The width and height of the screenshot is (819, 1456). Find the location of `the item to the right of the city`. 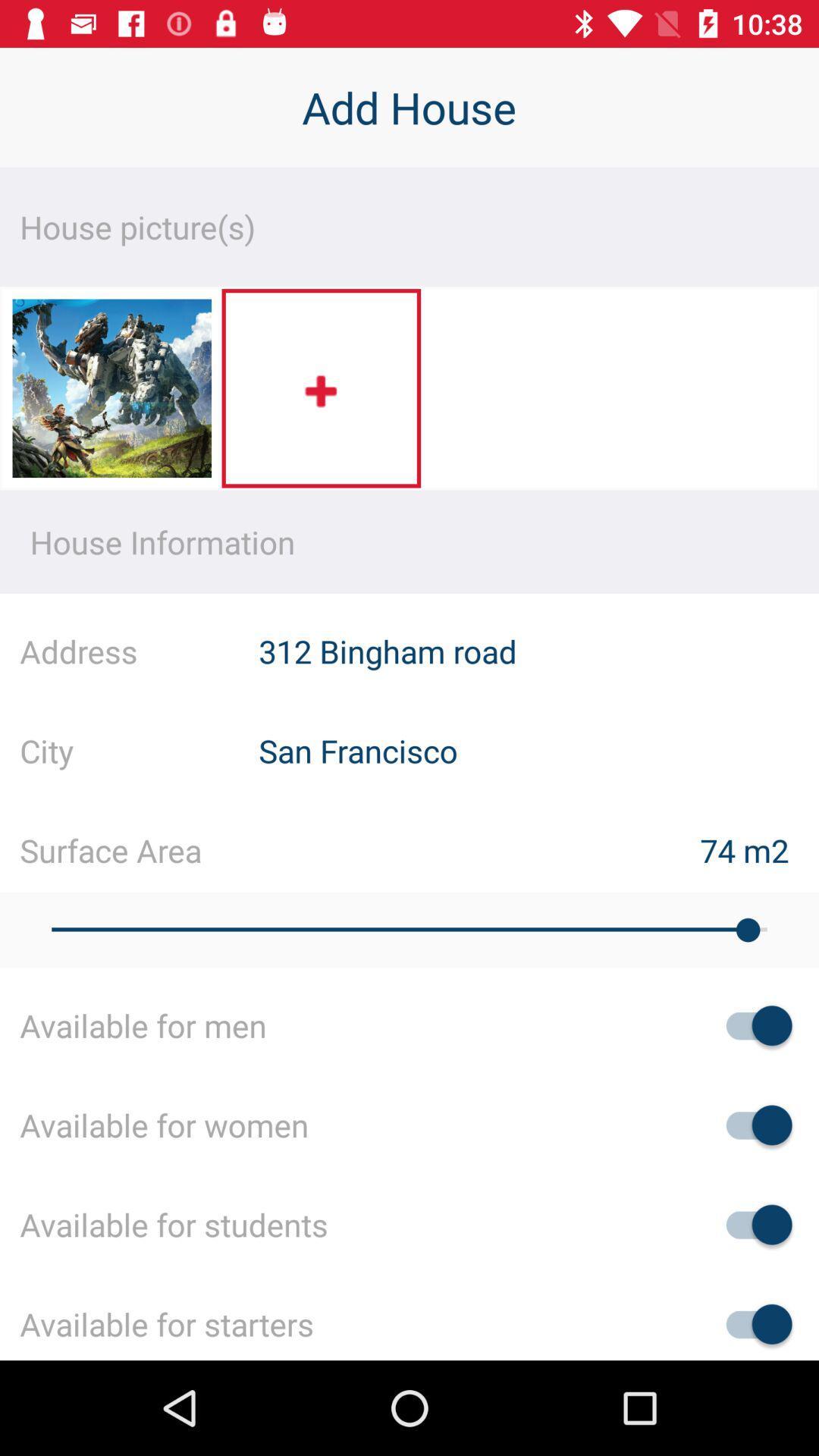

the item to the right of the city is located at coordinates (538, 750).